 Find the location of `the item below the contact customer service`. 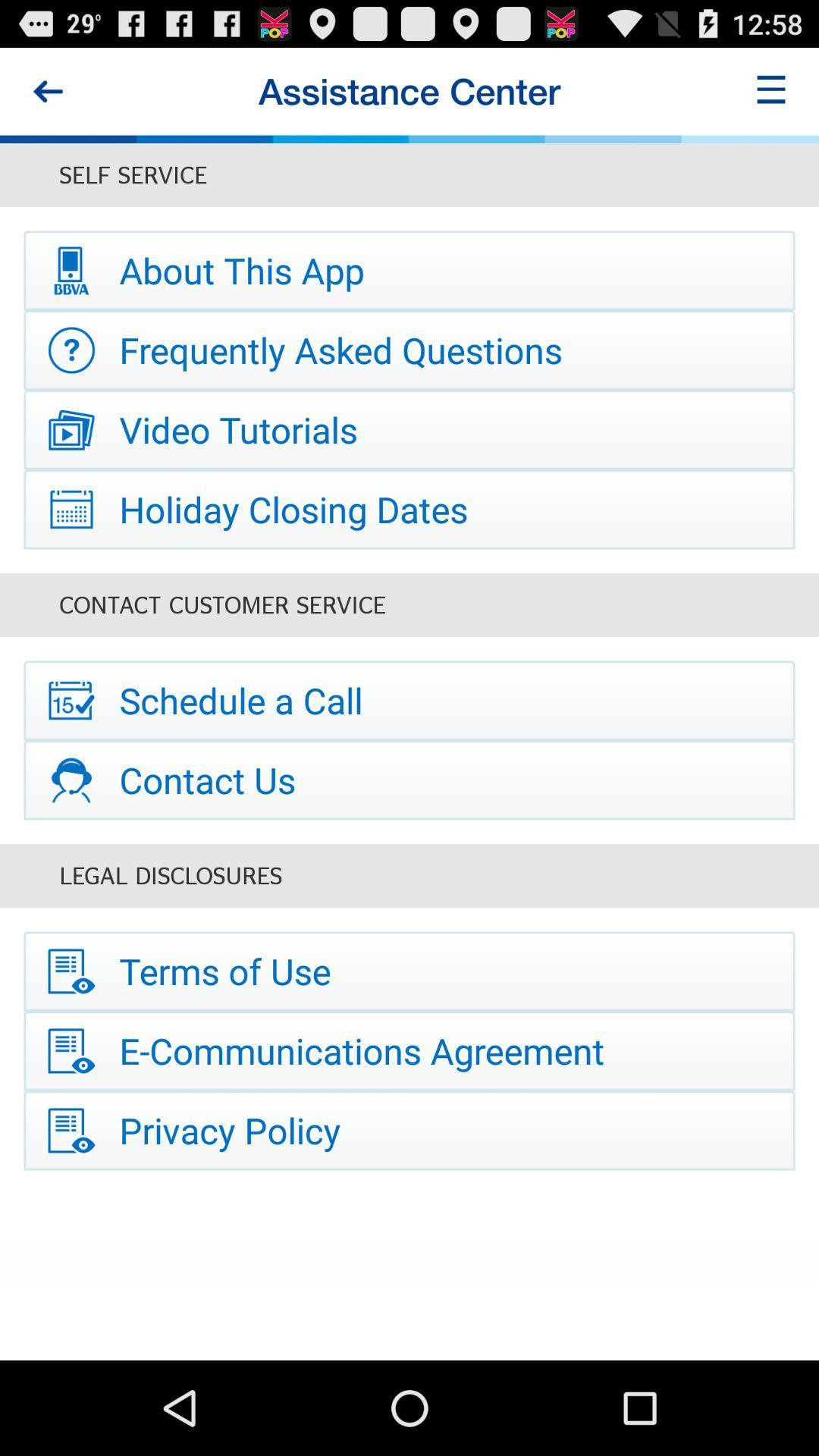

the item below the contact customer service is located at coordinates (409, 699).